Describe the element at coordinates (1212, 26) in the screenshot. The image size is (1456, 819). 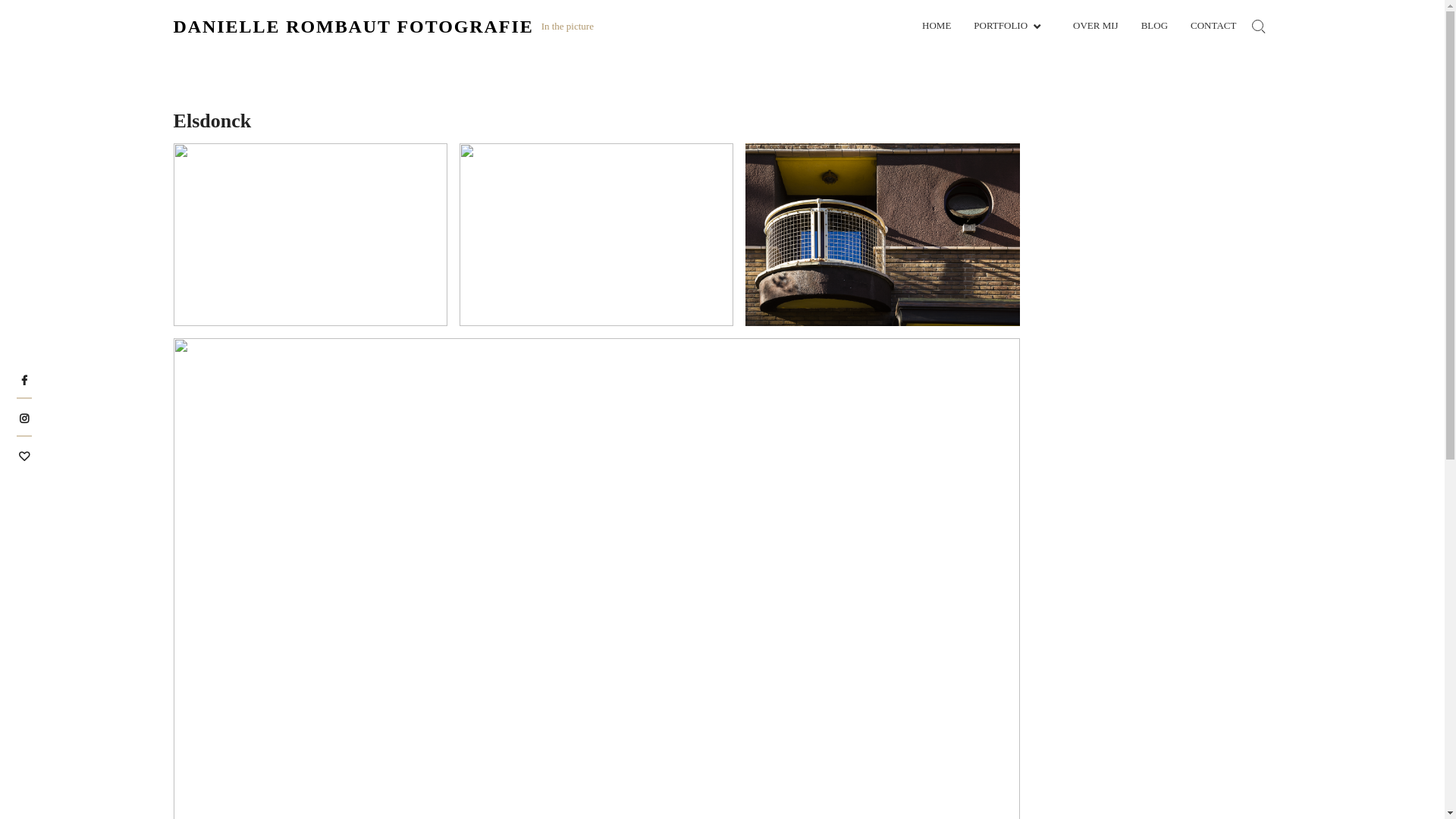
I see `'CONTACT'` at that location.